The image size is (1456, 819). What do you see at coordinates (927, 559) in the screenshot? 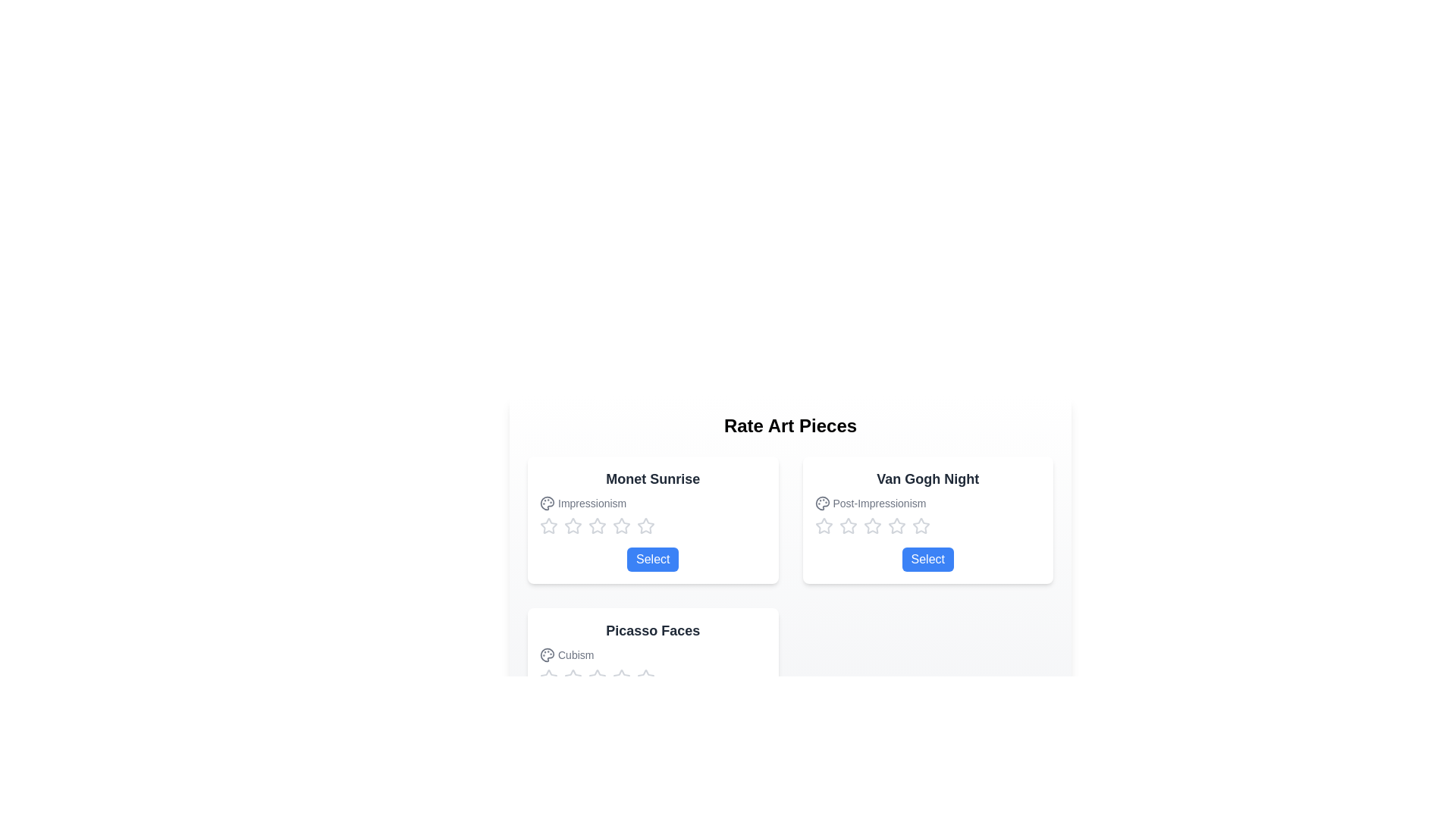
I see `the 'Select' button with a blue background and white text located at the bottom of the 'Van Gogh Night' card` at bounding box center [927, 559].